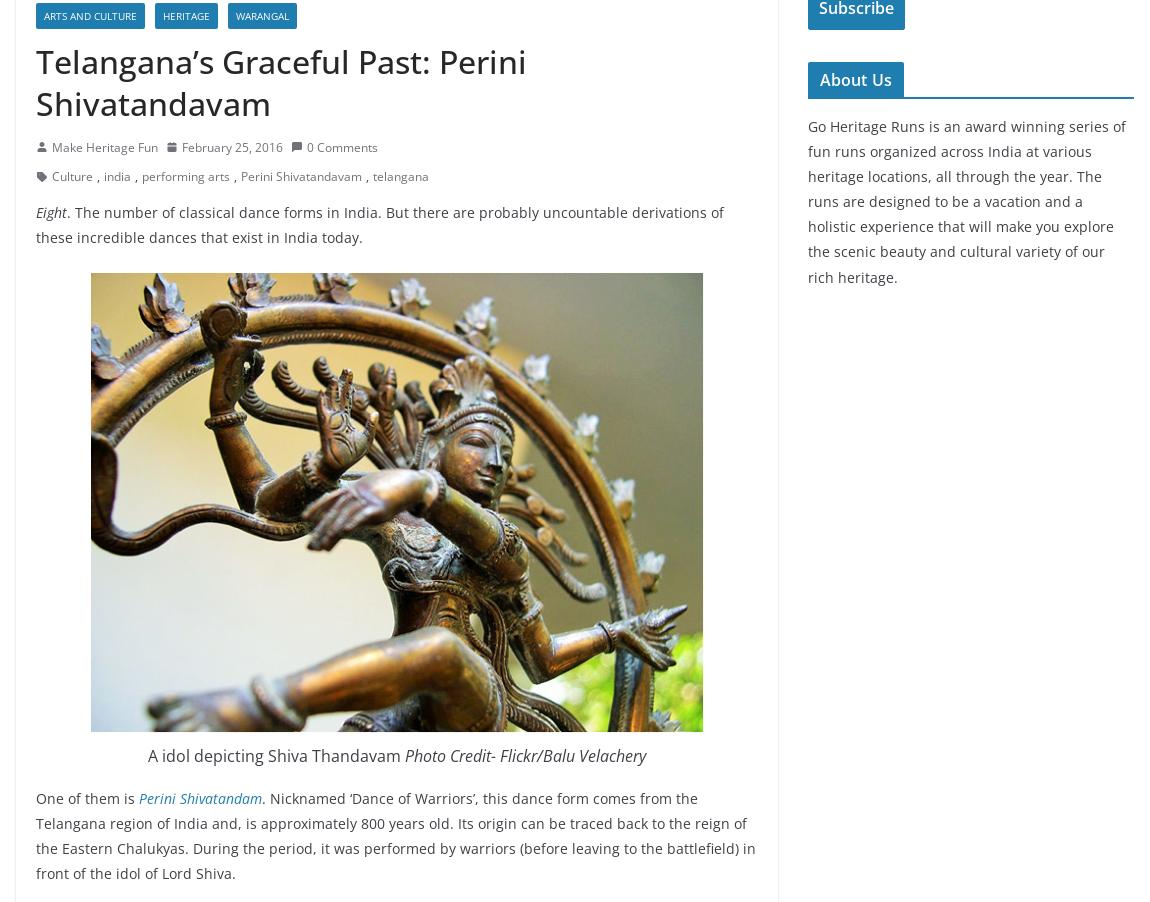 This screenshot has height=902, width=1150. What do you see at coordinates (379, 222) in the screenshot?
I see `'. The number of classical dance forms in India. But there are probably uncountable derivations of these incredible dances that exist in India today.'` at bounding box center [379, 222].